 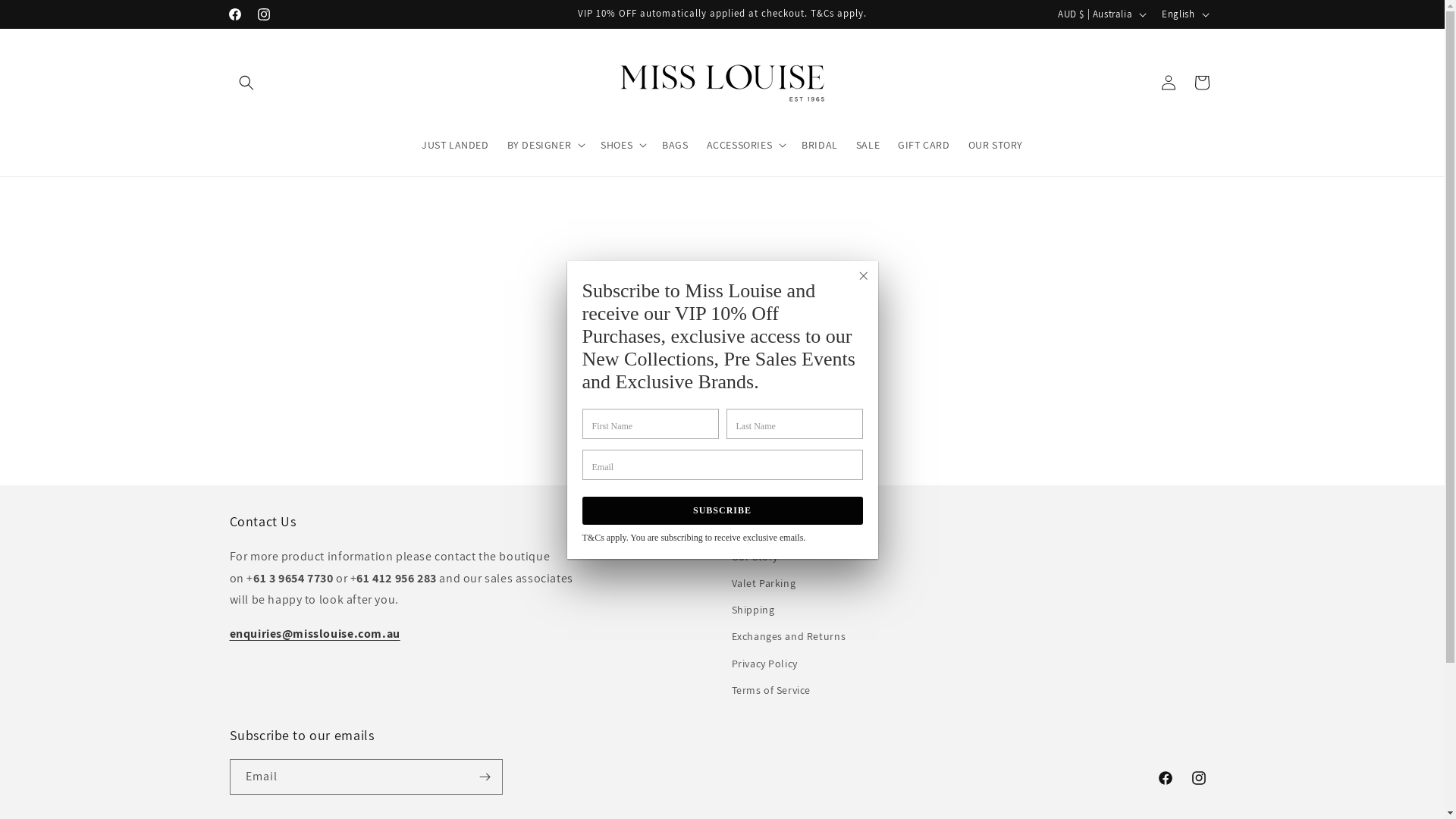 What do you see at coordinates (868, 145) in the screenshot?
I see `'SALE'` at bounding box center [868, 145].